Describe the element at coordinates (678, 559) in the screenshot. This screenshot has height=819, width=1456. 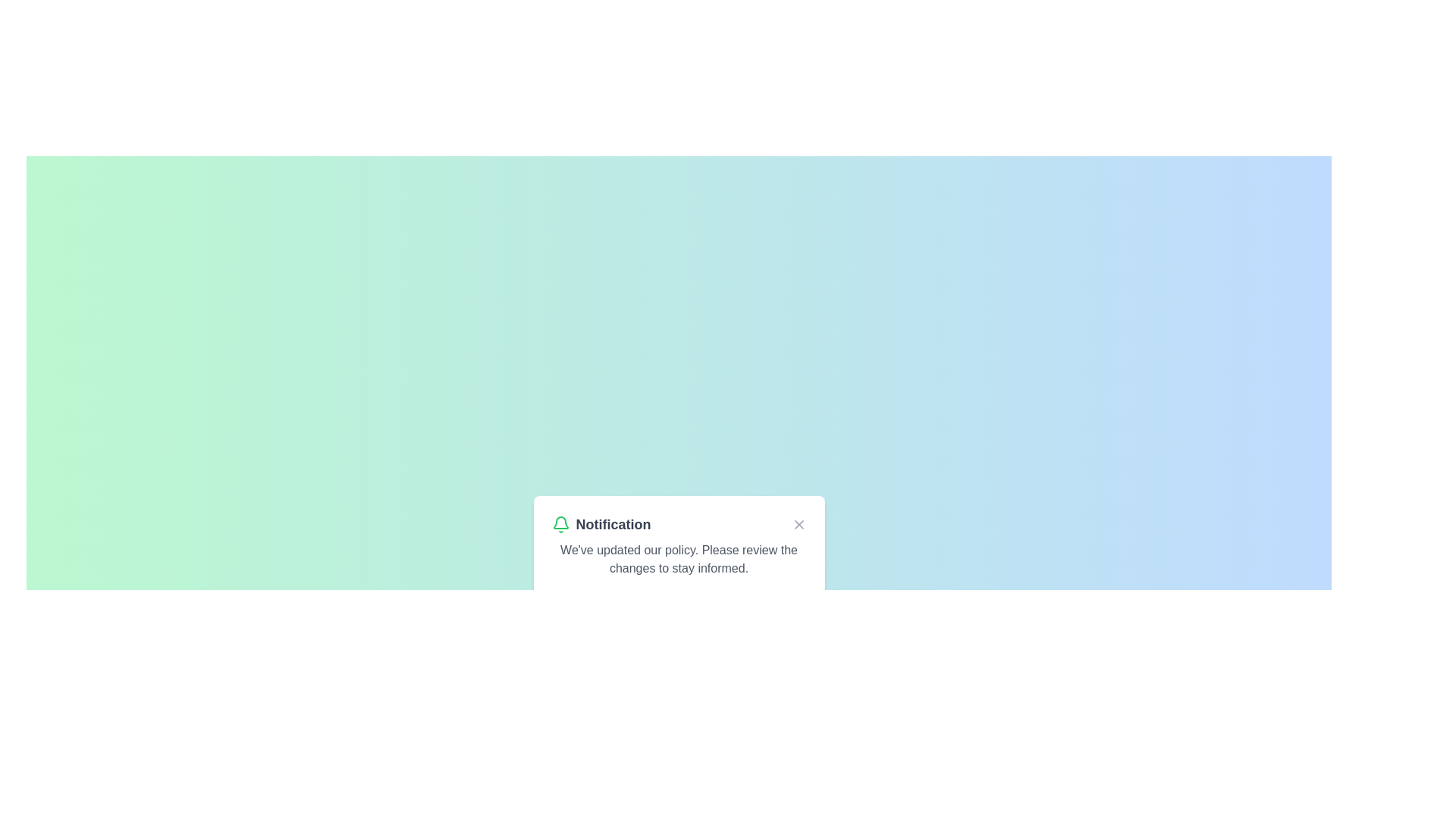
I see `information displayed in the text area of the notification card located below the heading 'Notification' and above the action buttons` at that location.